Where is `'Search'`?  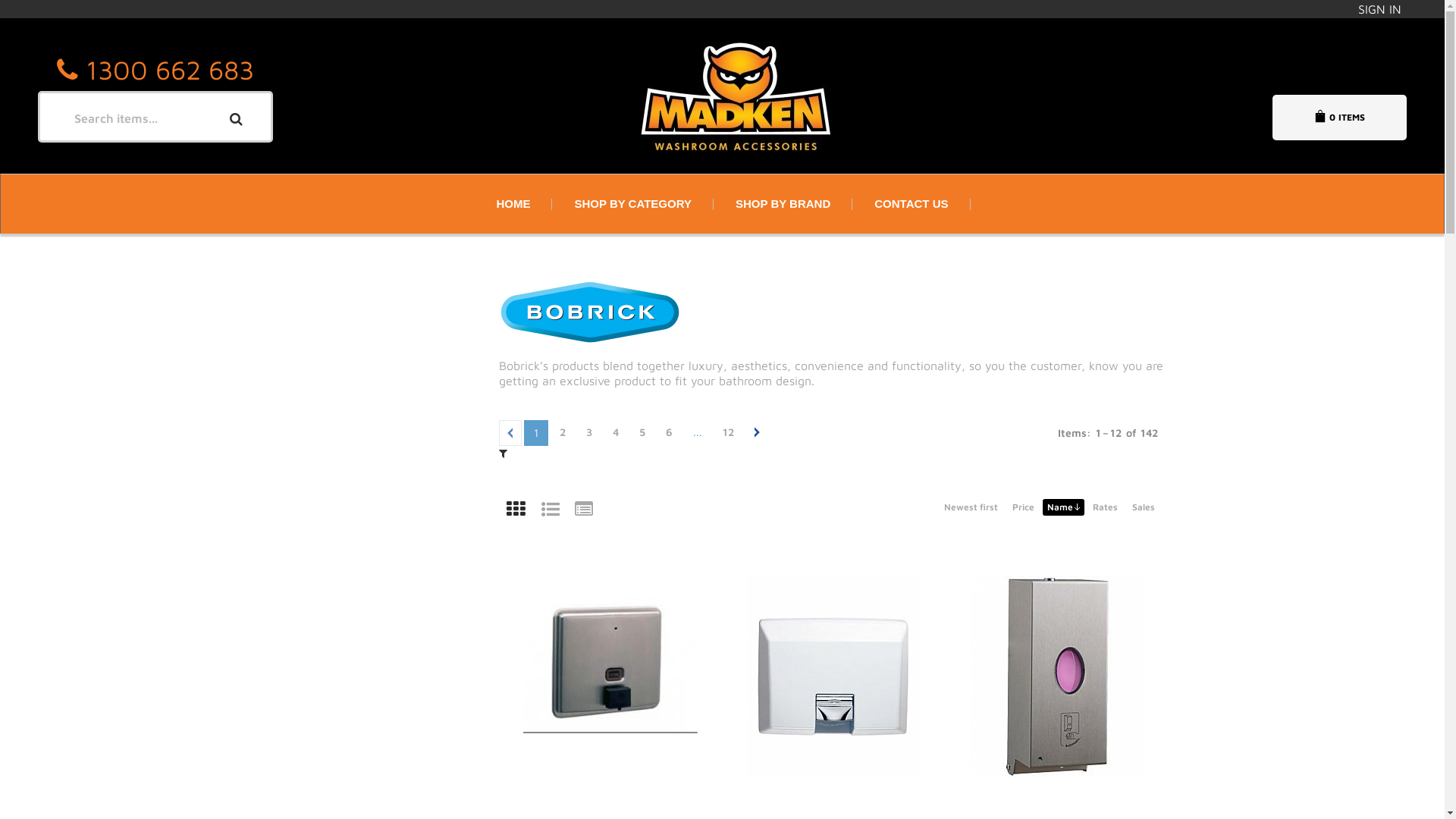
'Search' is located at coordinates (222, 115).